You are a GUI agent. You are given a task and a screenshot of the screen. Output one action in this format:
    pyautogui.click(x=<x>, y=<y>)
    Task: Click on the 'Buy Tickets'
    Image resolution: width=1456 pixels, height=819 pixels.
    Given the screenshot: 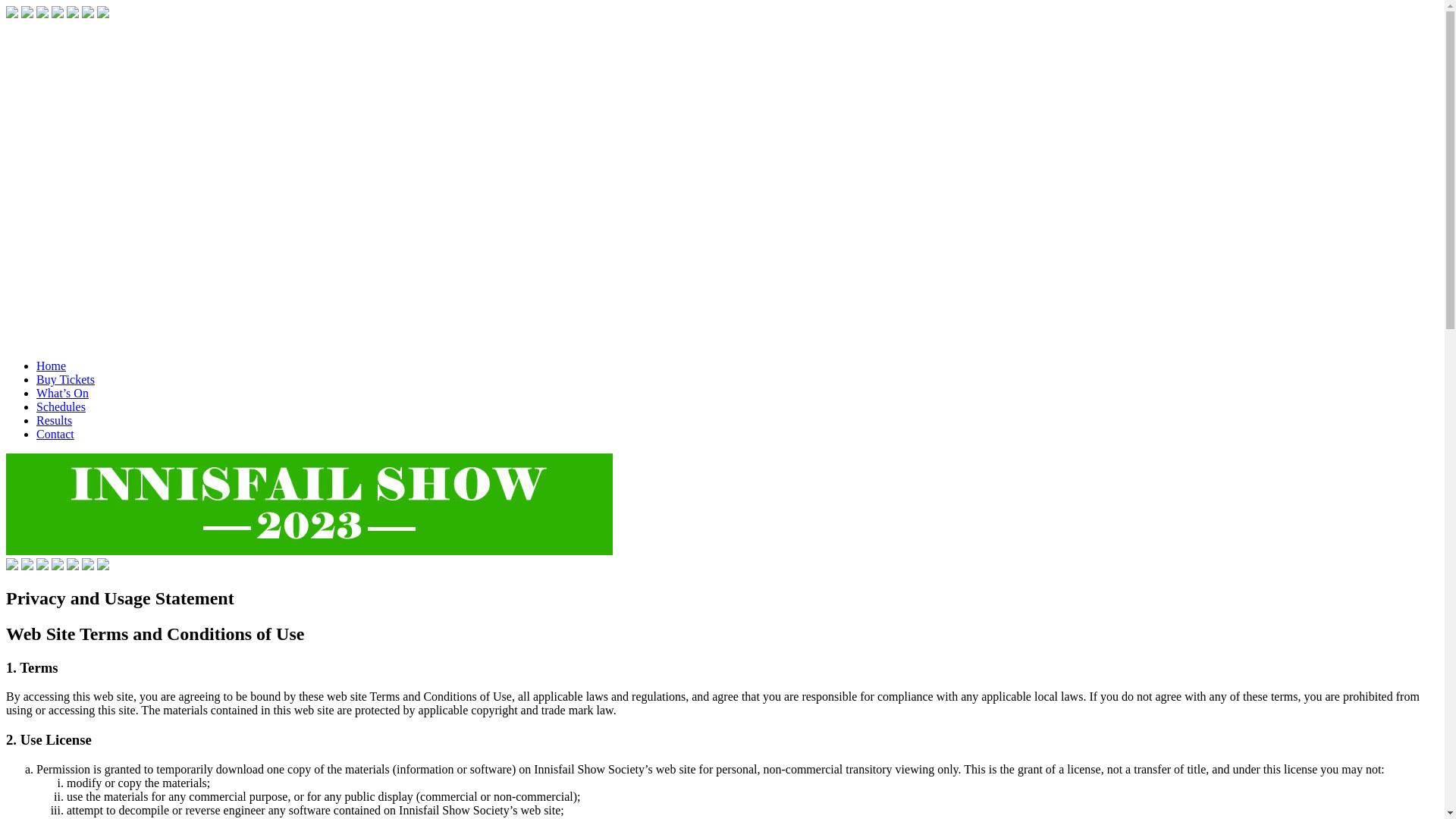 What is the action you would take?
    pyautogui.click(x=64, y=378)
    